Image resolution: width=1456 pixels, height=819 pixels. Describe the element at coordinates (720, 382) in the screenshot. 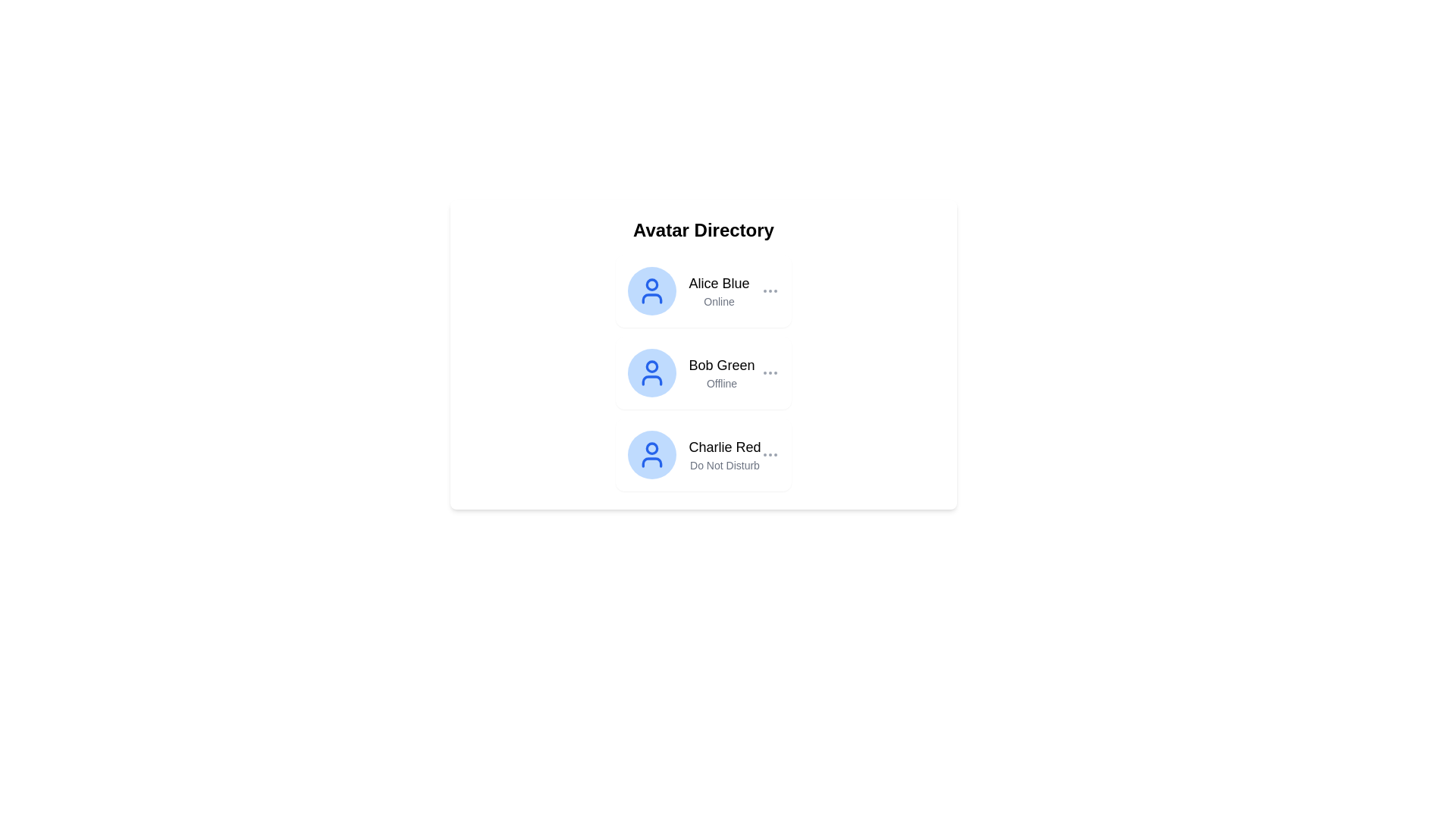

I see `text label displaying 'Offline' which indicates the status of user 'Bob Green' in the Avatar Directory interface` at that location.